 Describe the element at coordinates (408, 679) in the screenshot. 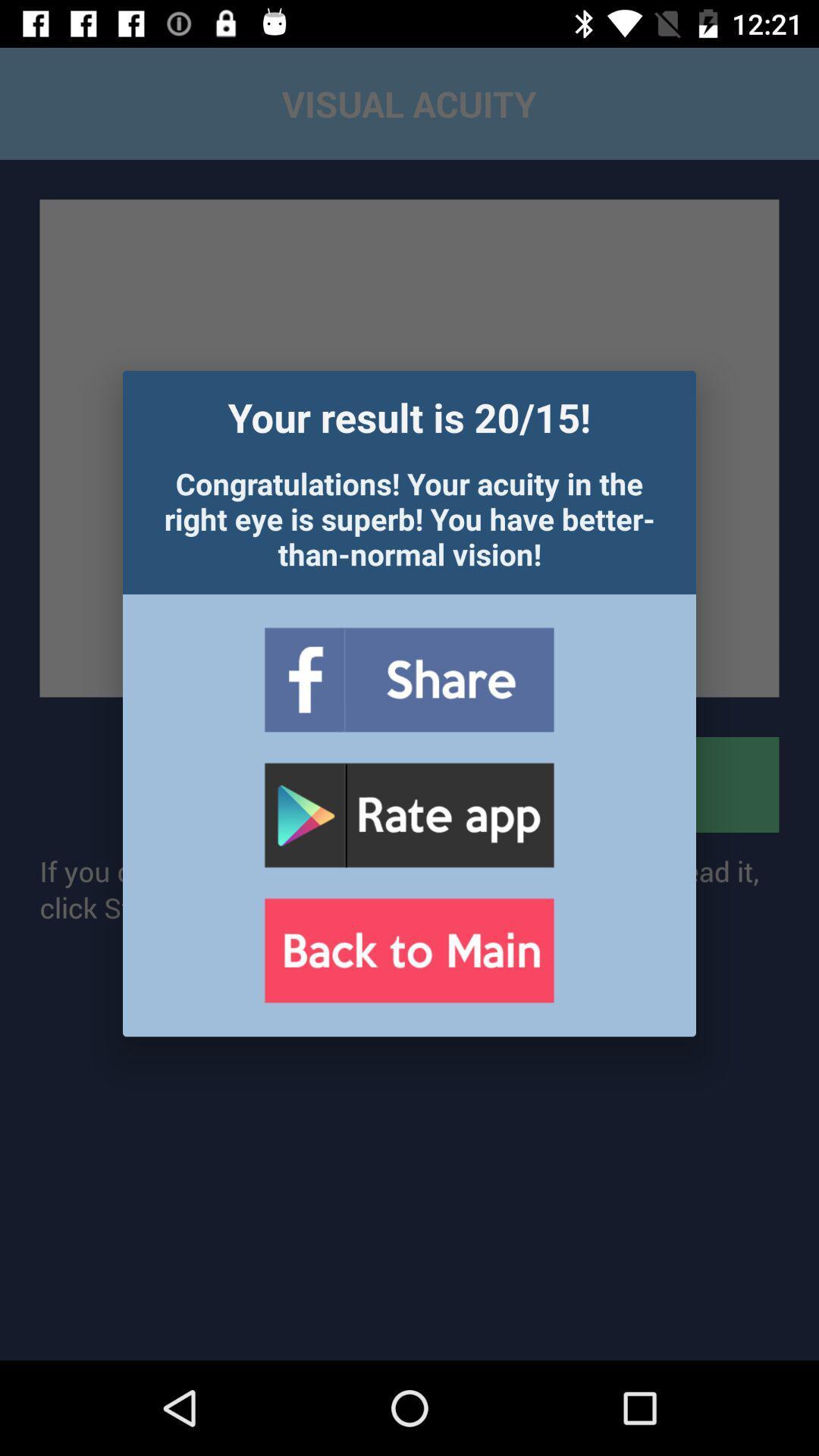

I see `share on facebook` at that location.